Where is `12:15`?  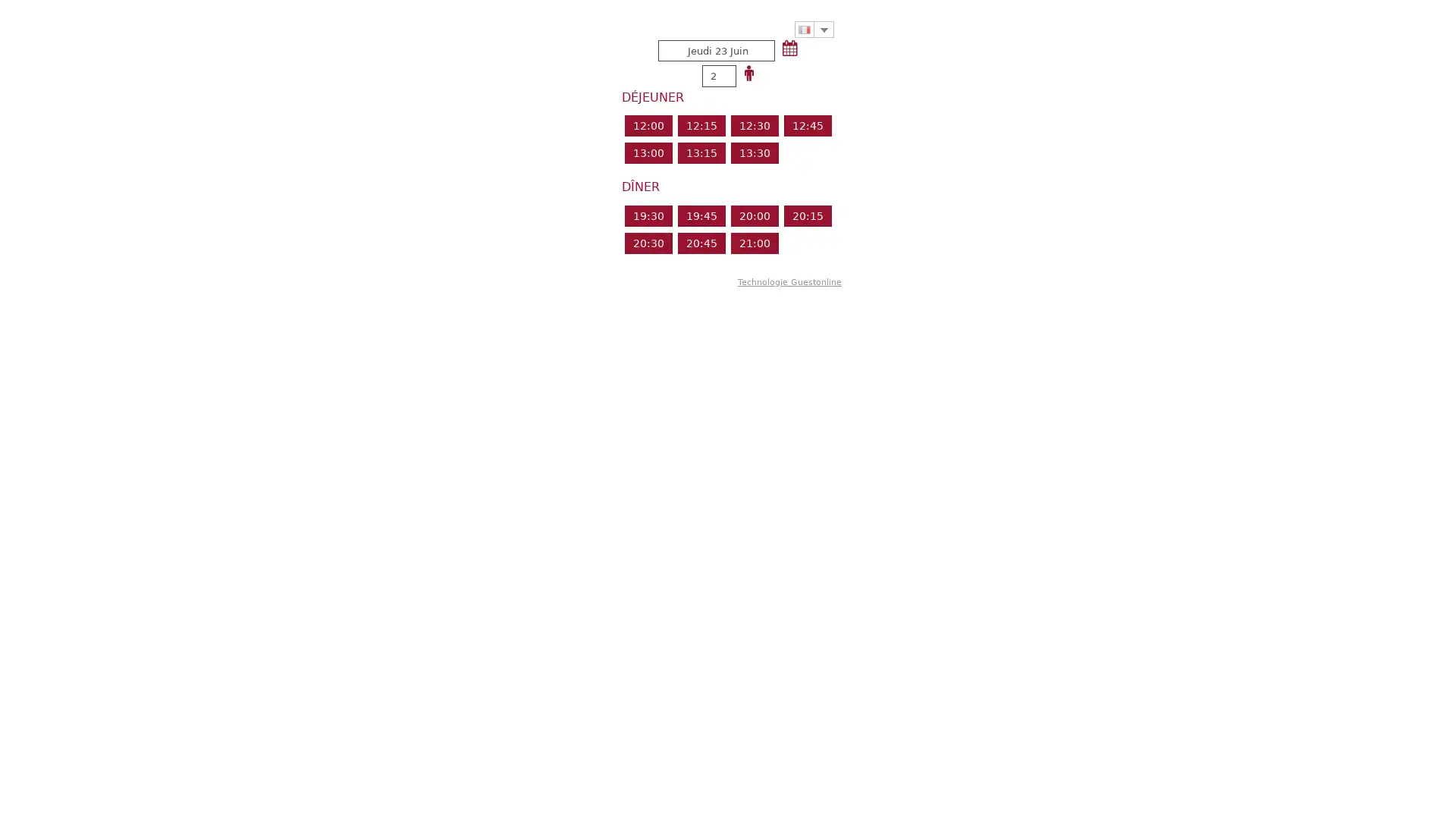
12:15 is located at coordinates (700, 124).